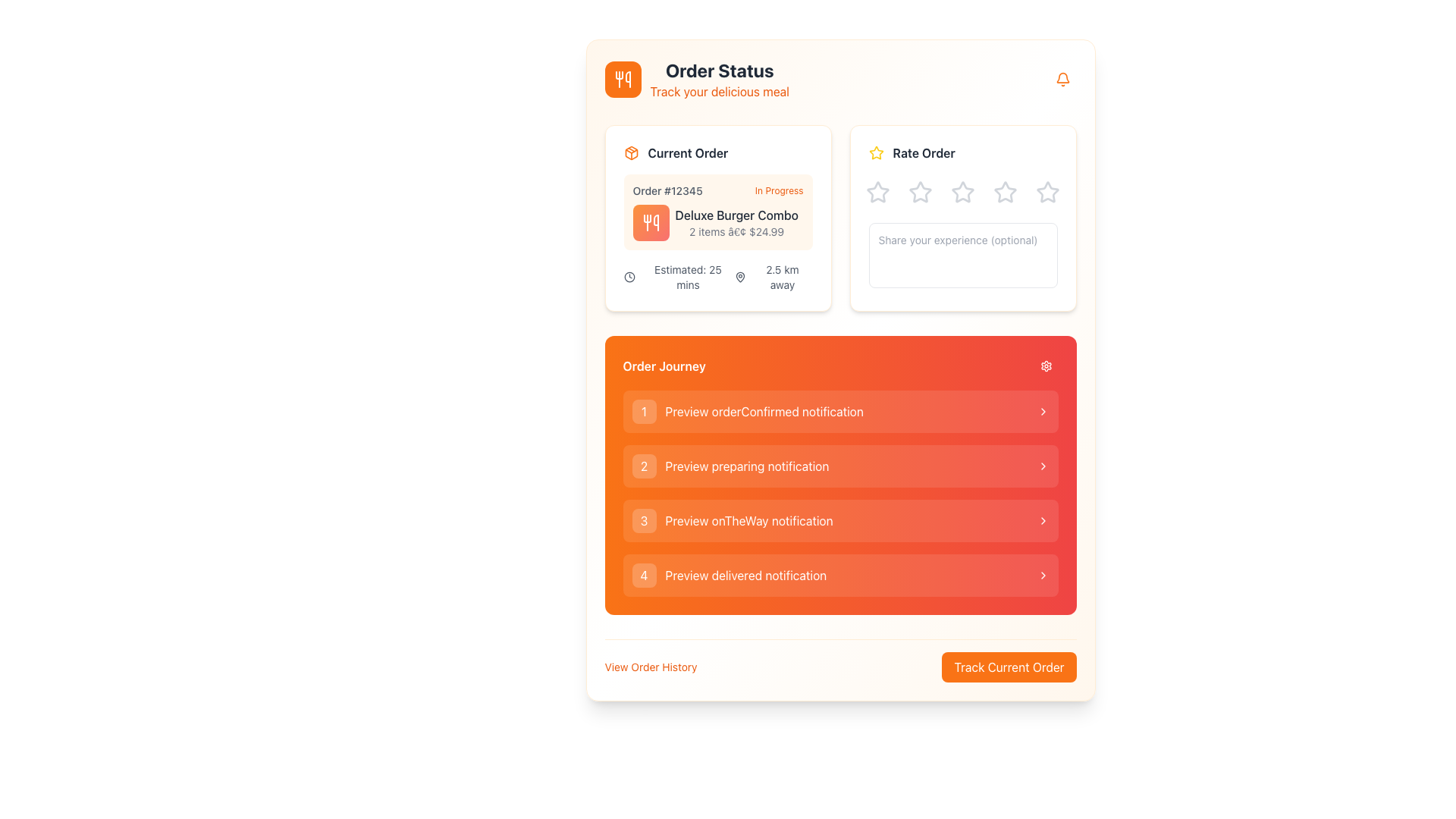  What do you see at coordinates (1062, 79) in the screenshot?
I see `the orange bell icon in the header section on the far right side` at bounding box center [1062, 79].